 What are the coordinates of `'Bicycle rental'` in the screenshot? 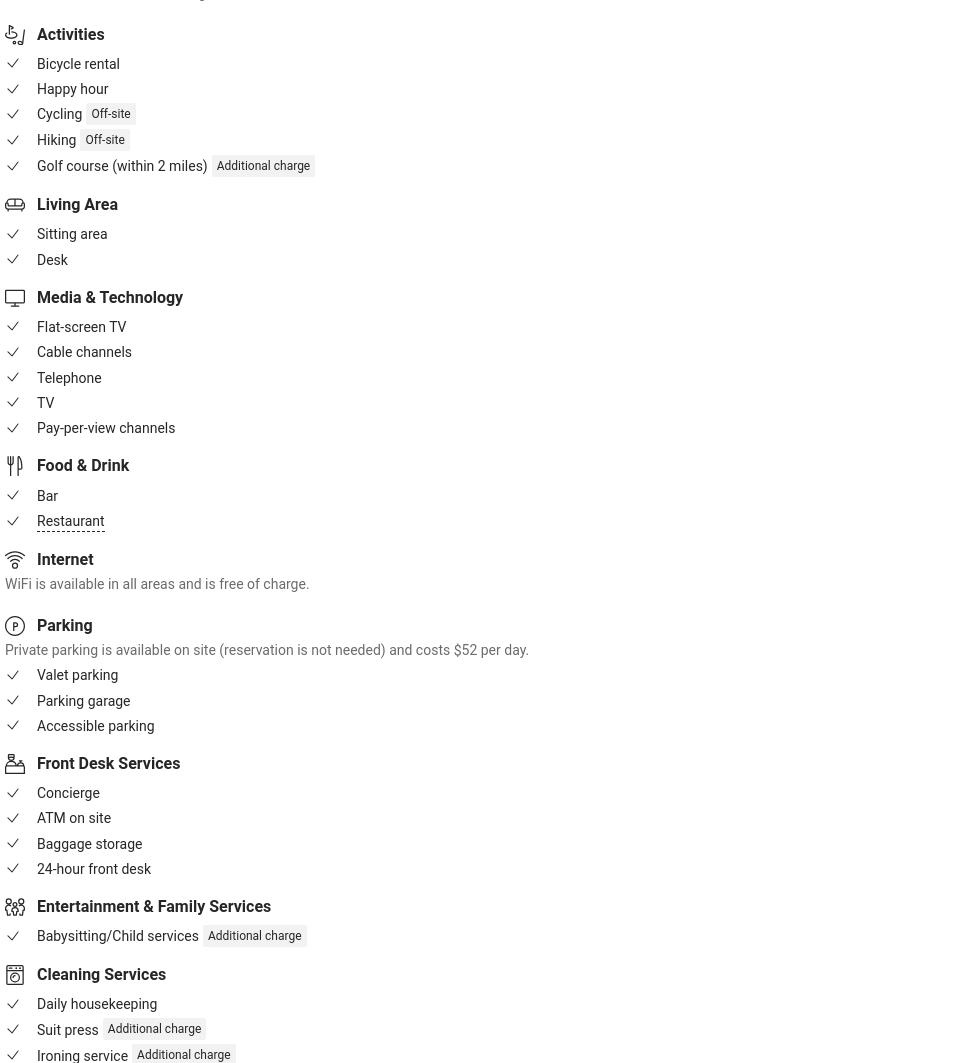 It's located at (78, 63).